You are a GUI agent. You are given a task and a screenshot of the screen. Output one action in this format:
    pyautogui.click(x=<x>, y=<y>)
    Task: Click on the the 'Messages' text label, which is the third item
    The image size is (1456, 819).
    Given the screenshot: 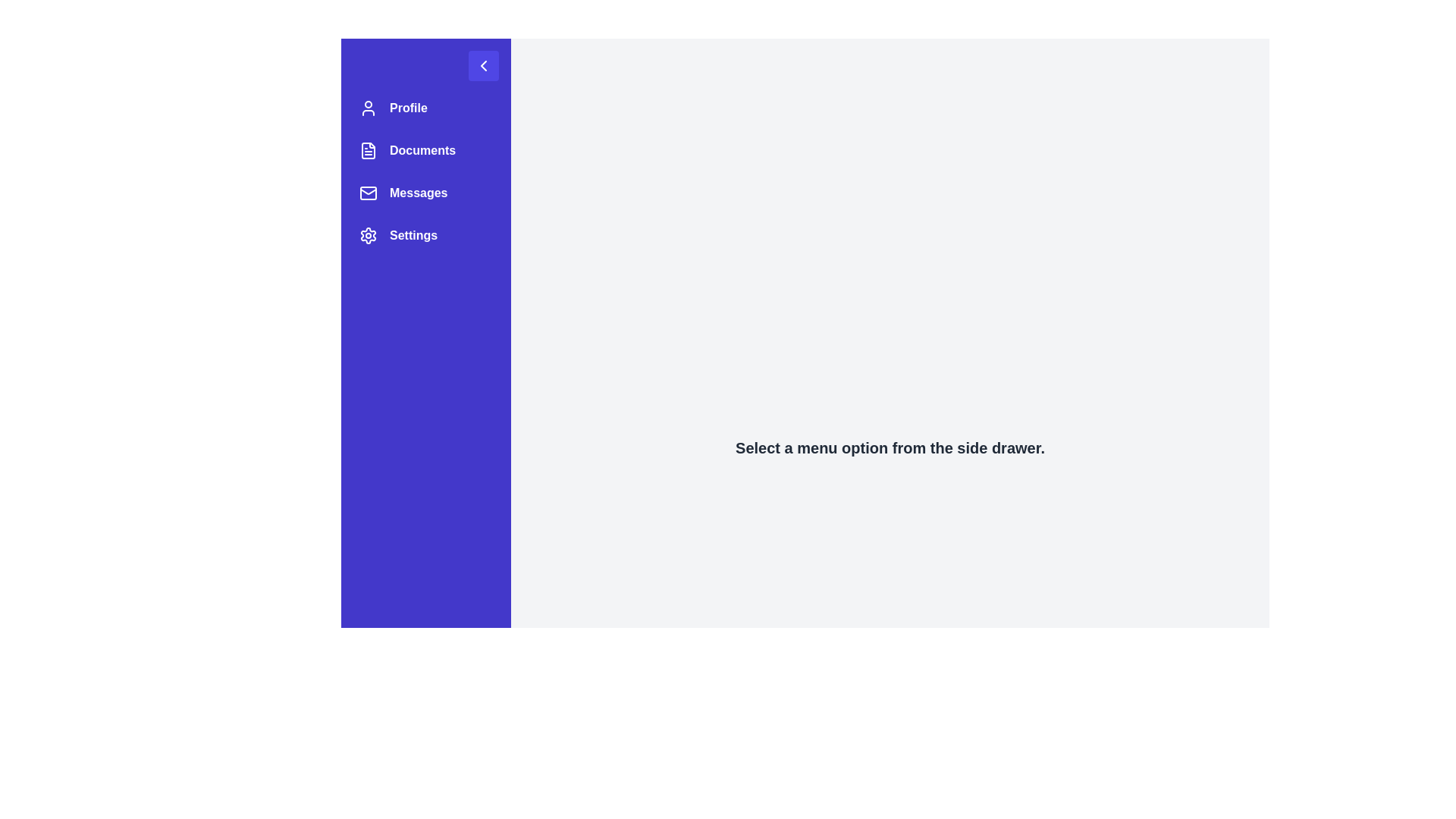 What is the action you would take?
    pyautogui.click(x=419, y=192)
    